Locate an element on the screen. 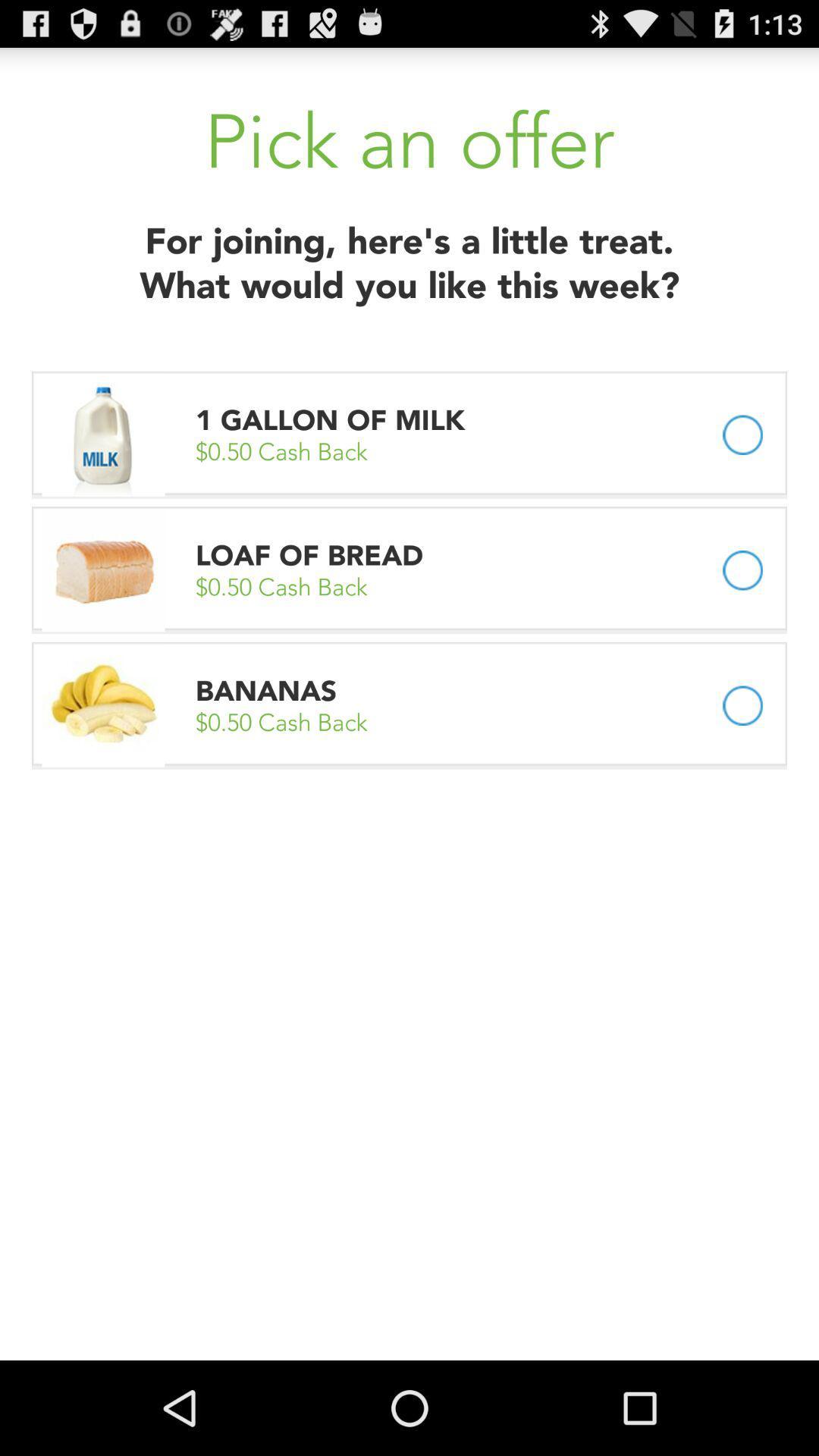  bananas app is located at coordinates (265, 690).